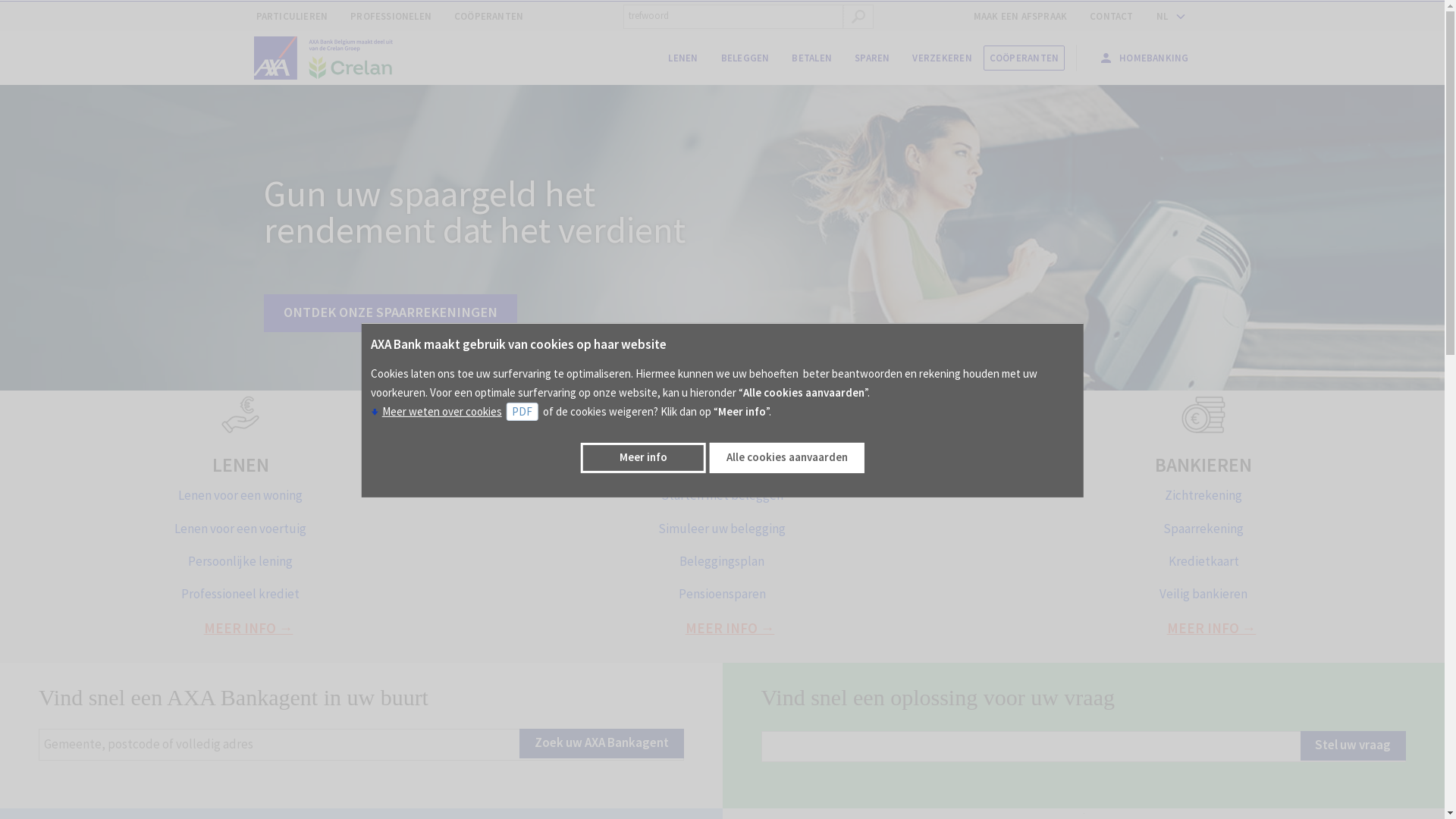 The height and width of the screenshot is (819, 1456). Describe the element at coordinates (1203, 593) in the screenshot. I see `'Veilig bankieren'` at that location.